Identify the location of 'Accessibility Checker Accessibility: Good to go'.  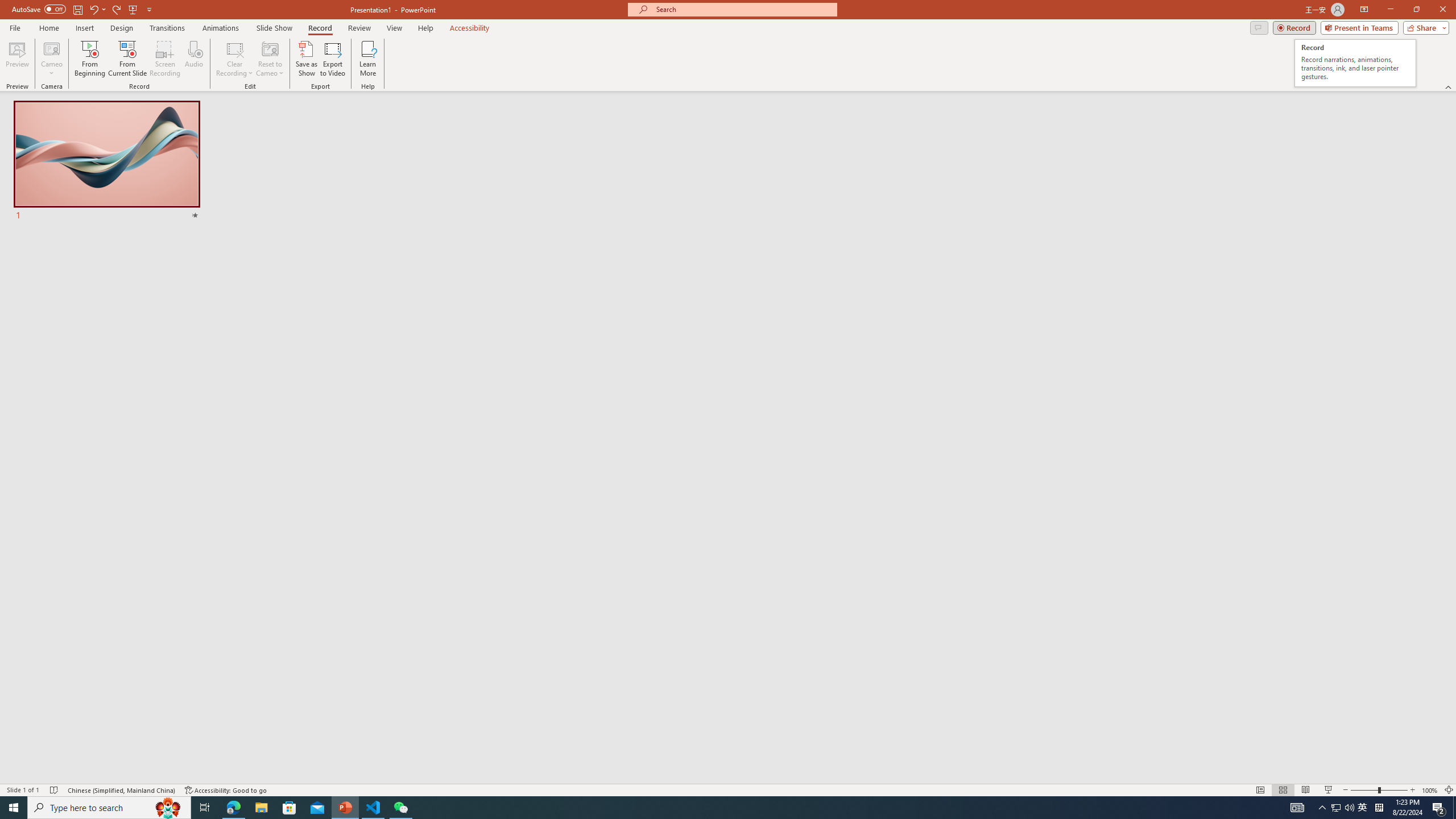
(226, 790).